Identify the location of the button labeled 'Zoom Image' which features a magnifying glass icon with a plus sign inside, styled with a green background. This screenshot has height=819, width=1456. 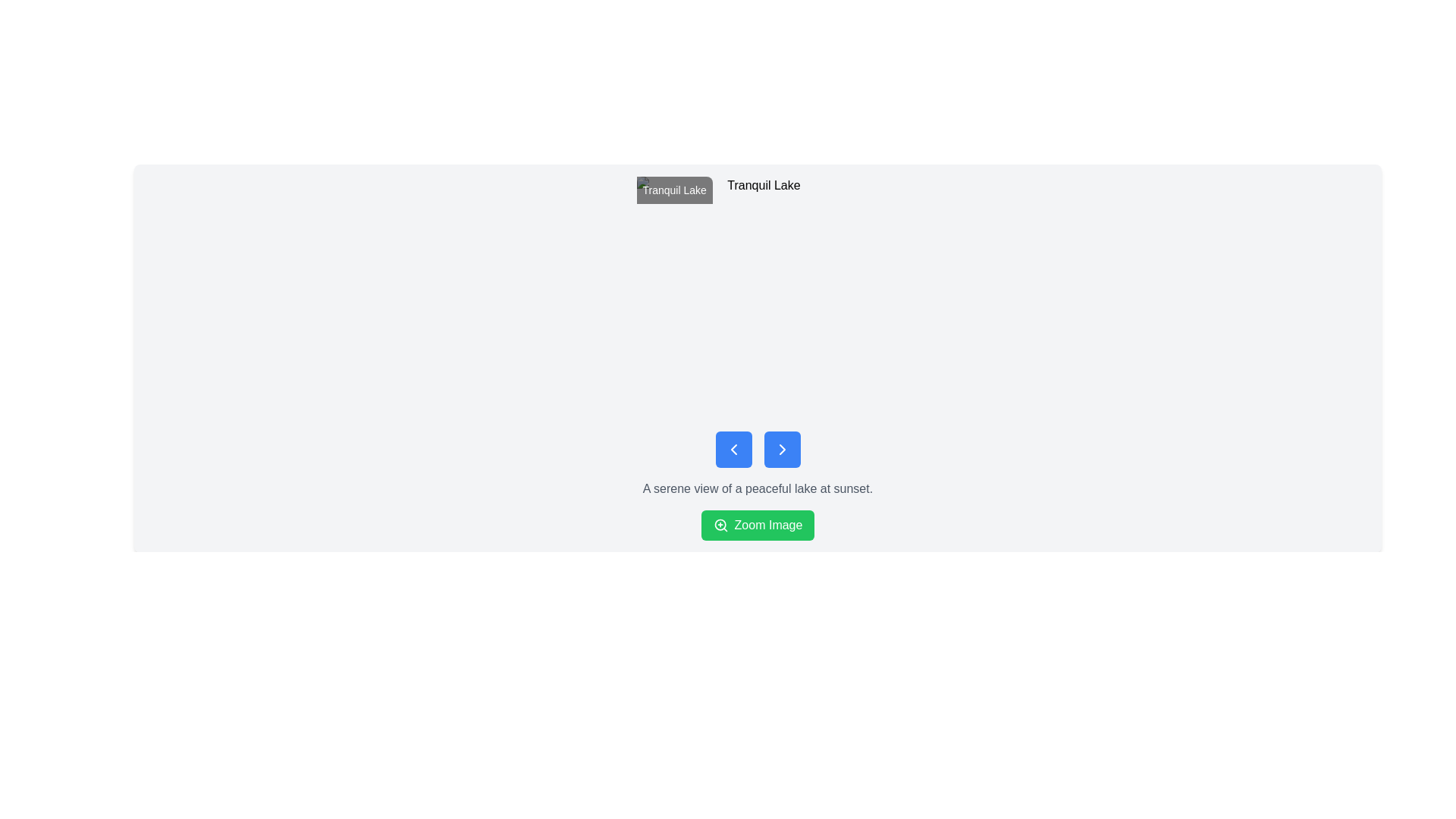
(720, 525).